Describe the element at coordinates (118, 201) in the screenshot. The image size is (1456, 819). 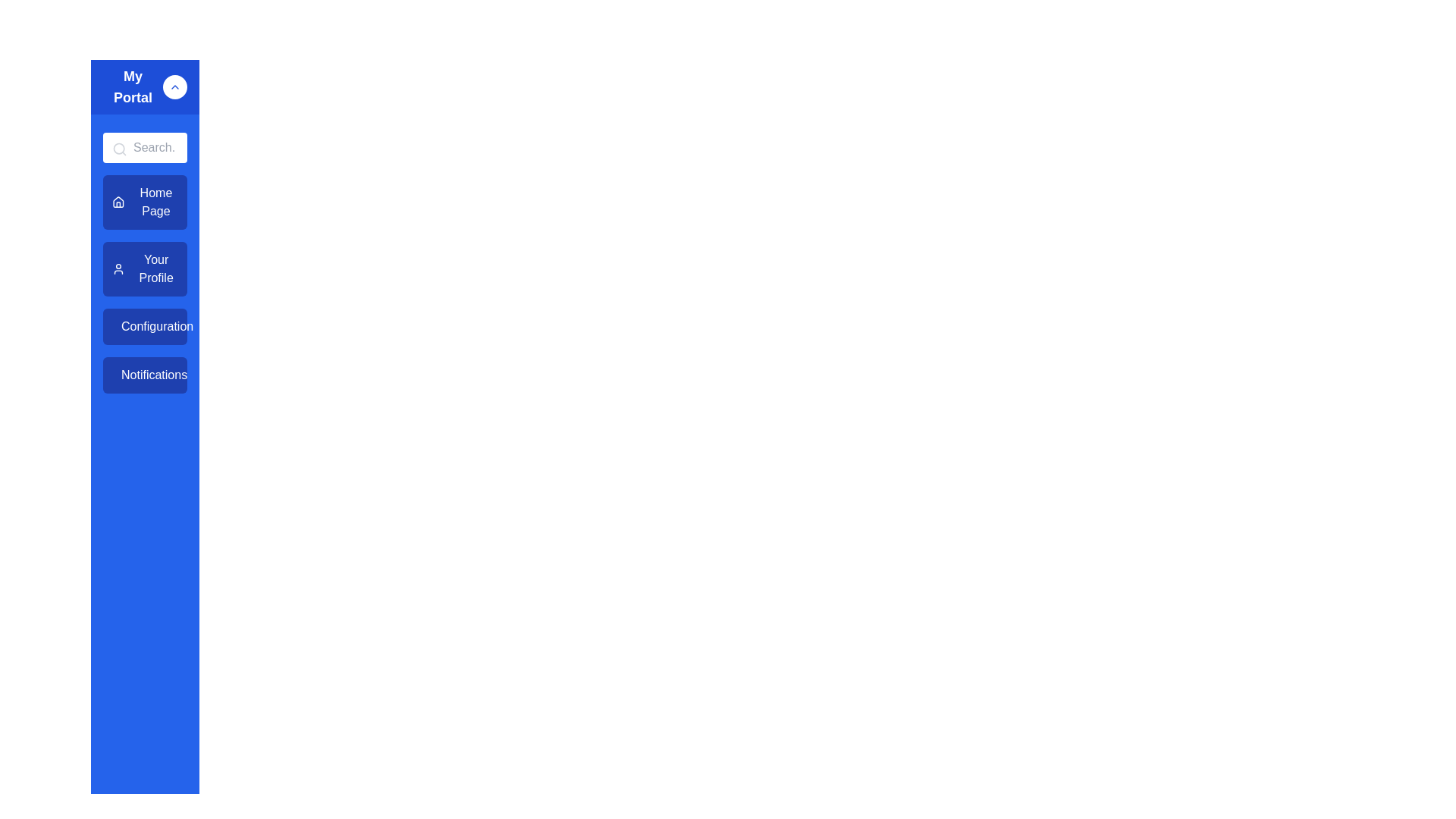
I see `the house icon in the sidebar` at that location.